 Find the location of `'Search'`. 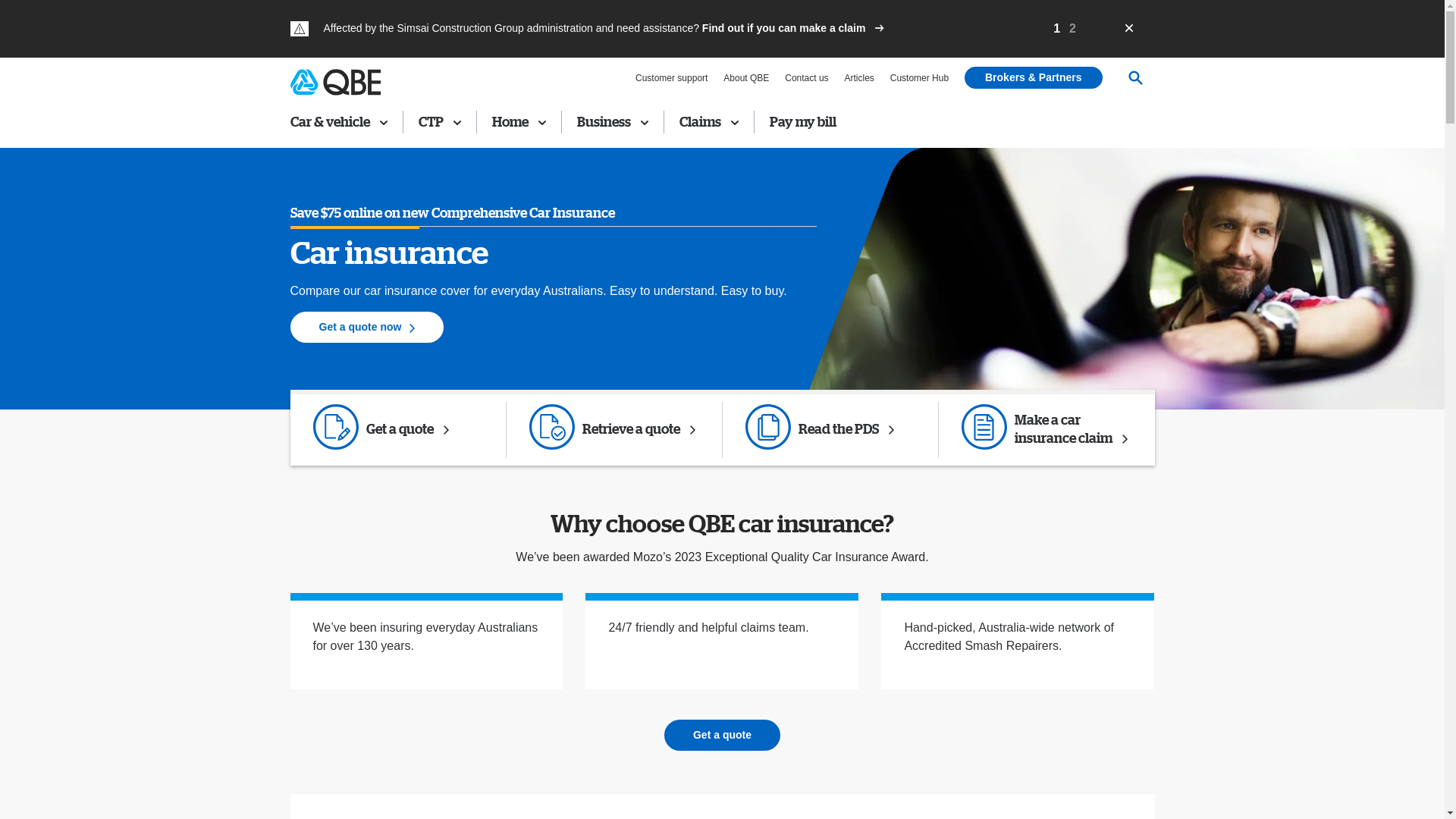

'Search' is located at coordinates (1135, 78).